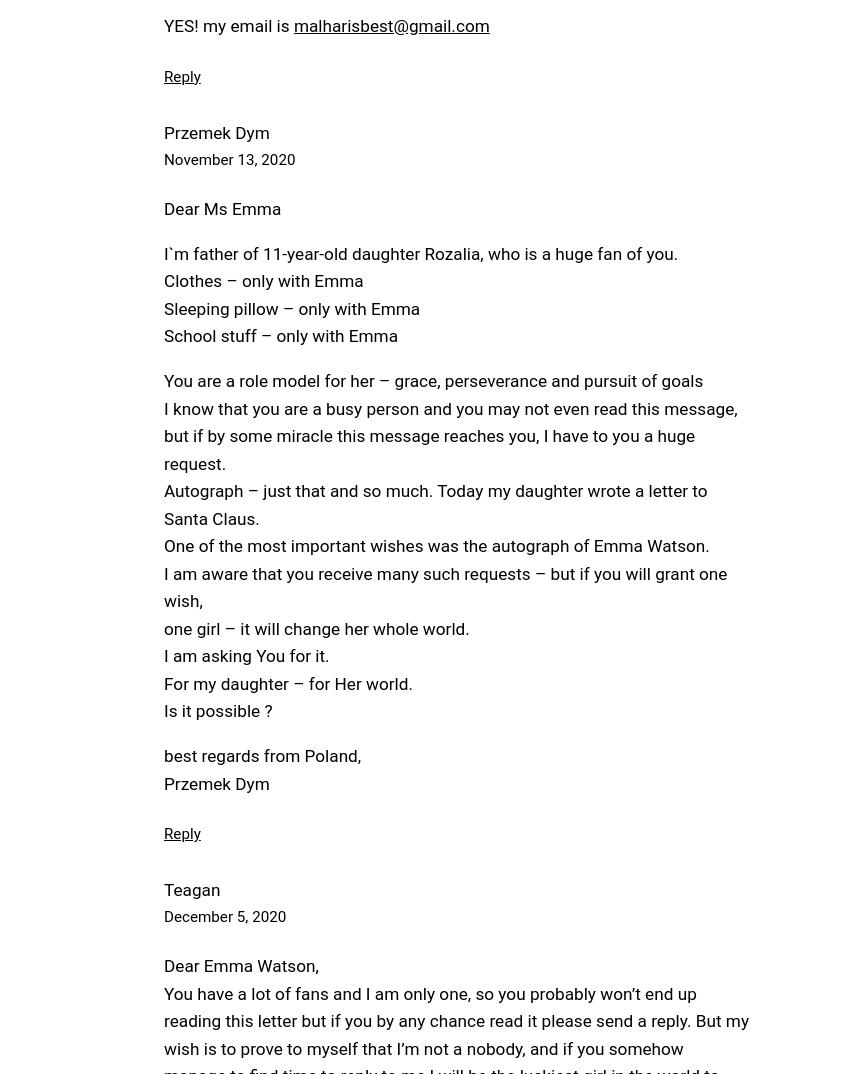 The image size is (850, 1074). What do you see at coordinates (163, 545) in the screenshot?
I see `'One of the most important wishes was the autograph of Emma Watson.'` at bounding box center [163, 545].